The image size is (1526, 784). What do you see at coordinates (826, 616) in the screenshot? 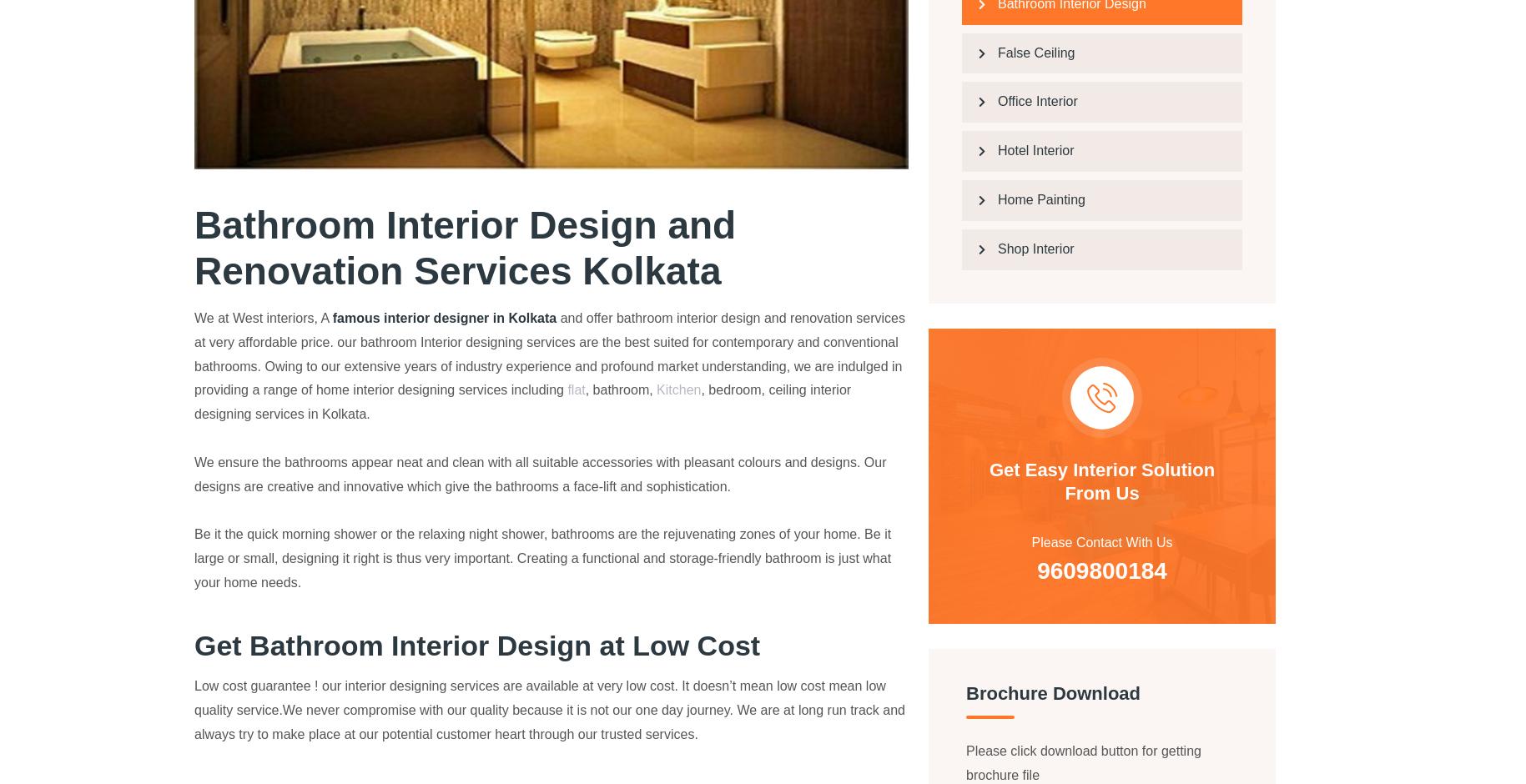
I see `'Flat Interior Design'` at bounding box center [826, 616].